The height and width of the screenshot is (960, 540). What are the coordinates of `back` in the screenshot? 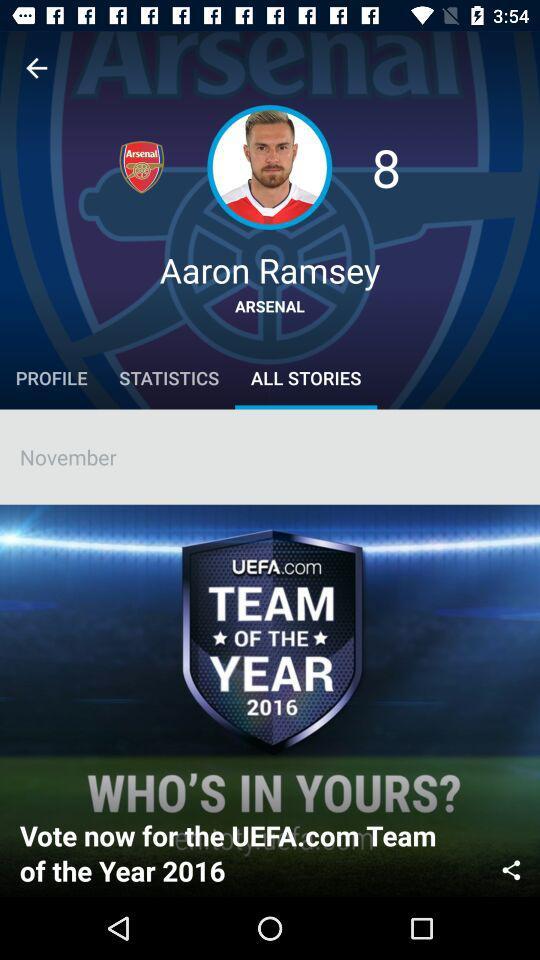 It's located at (36, 68).